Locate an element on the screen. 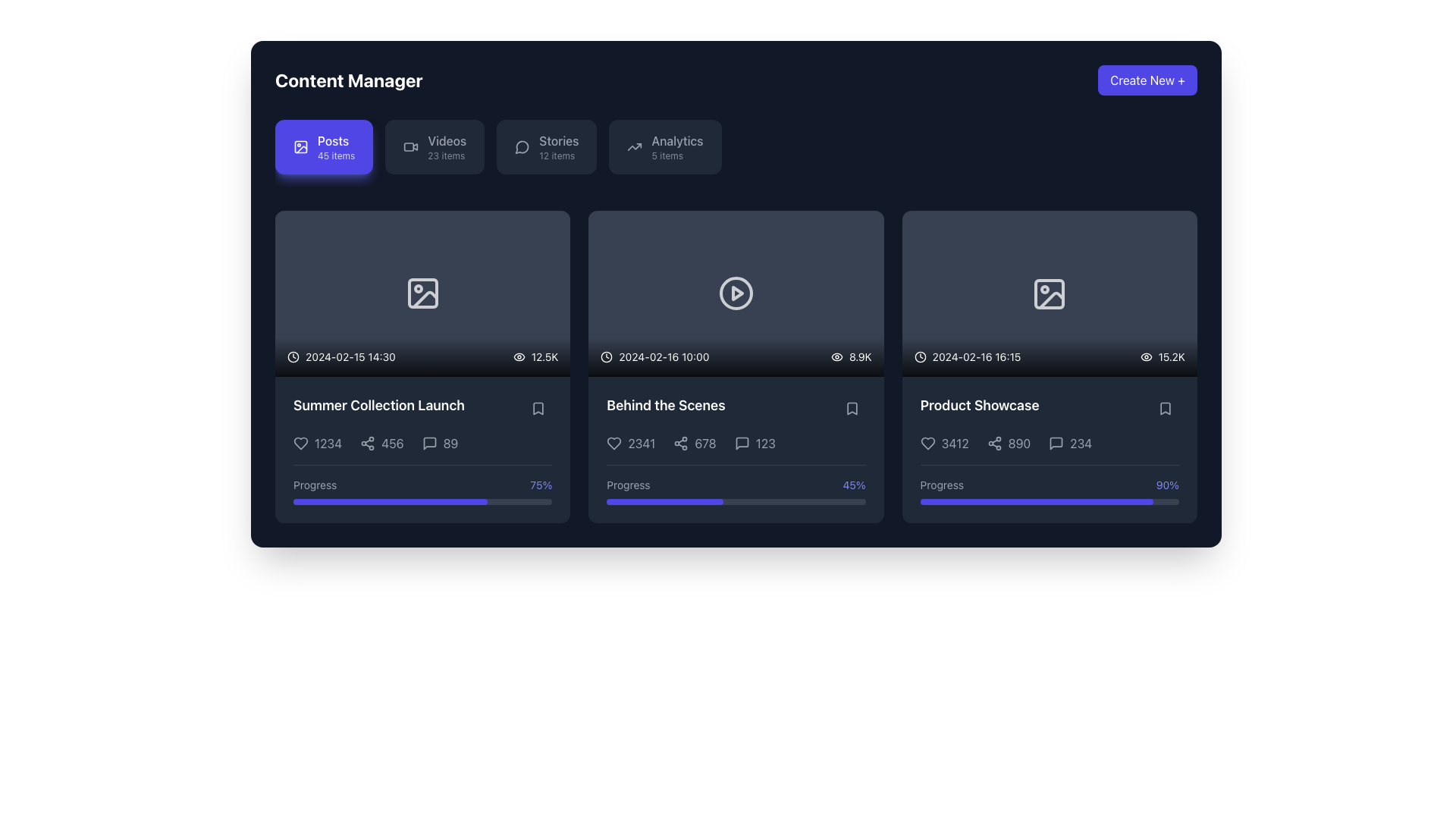 The height and width of the screenshot is (819, 1456). the Text label positioned beneath the image placeholder in the first card of the horizontally aligned card list, which serves as a title for the card is located at coordinates (378, 405).